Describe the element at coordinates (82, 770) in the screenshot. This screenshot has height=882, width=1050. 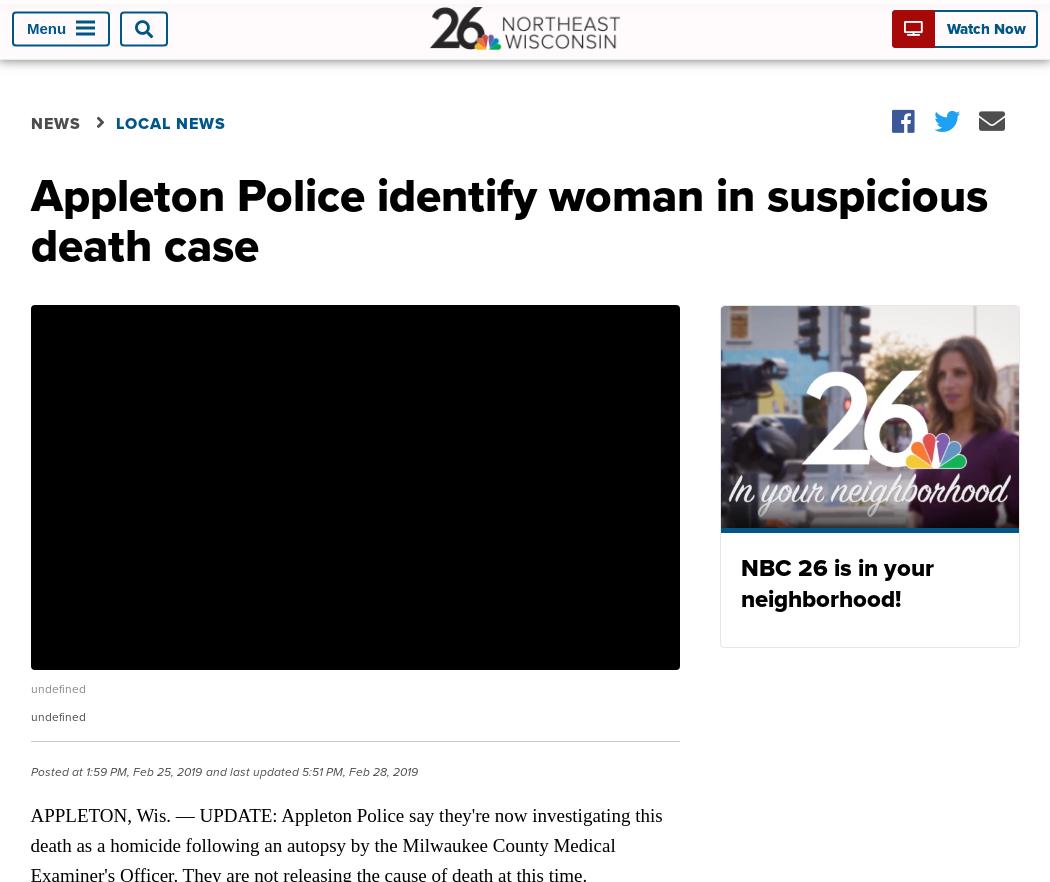
I see `'1:59 PM, Feb 25, 2019'` at that location.